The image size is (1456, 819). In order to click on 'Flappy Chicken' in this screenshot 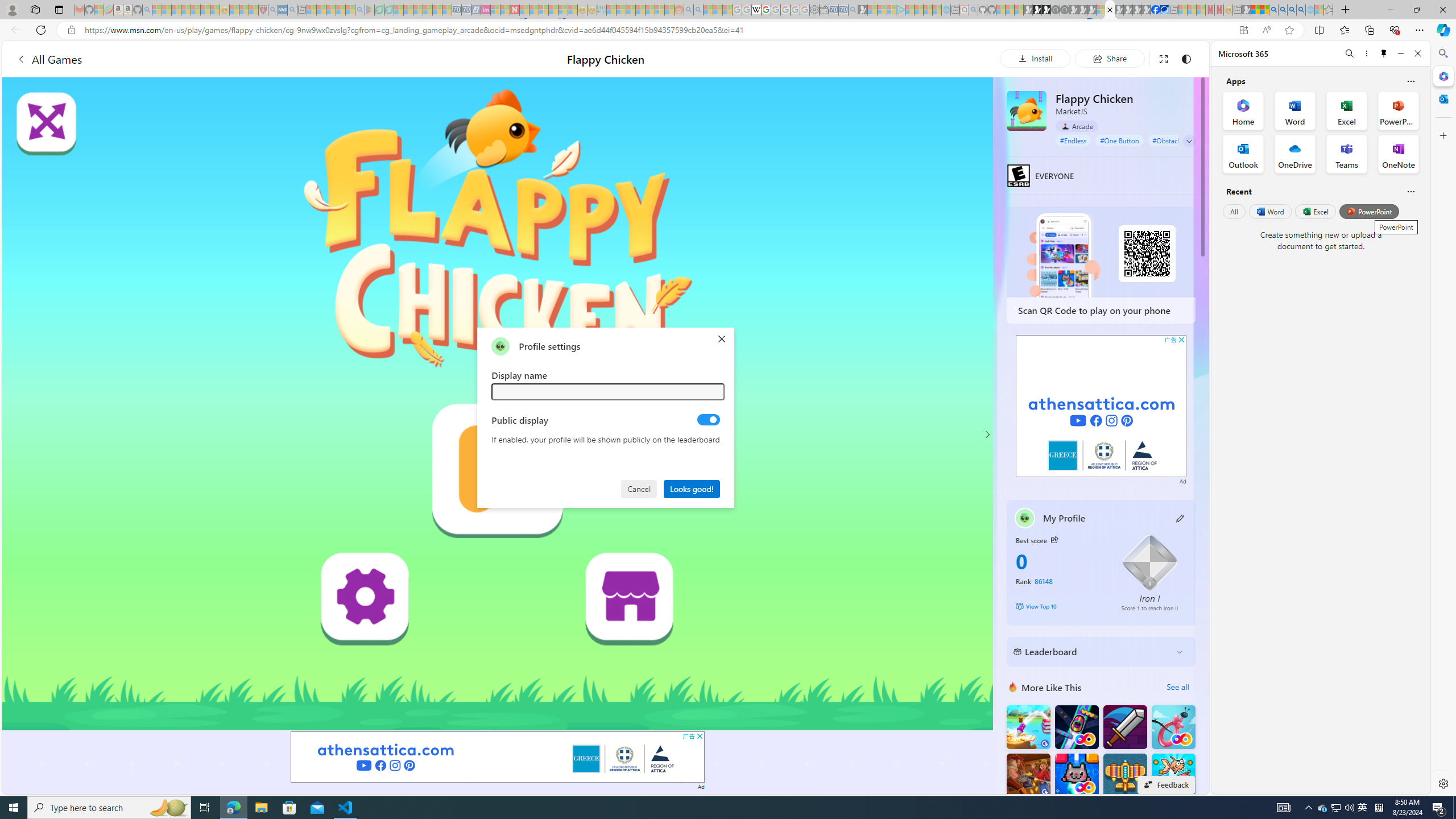, I will do `click(1025, 111)`.